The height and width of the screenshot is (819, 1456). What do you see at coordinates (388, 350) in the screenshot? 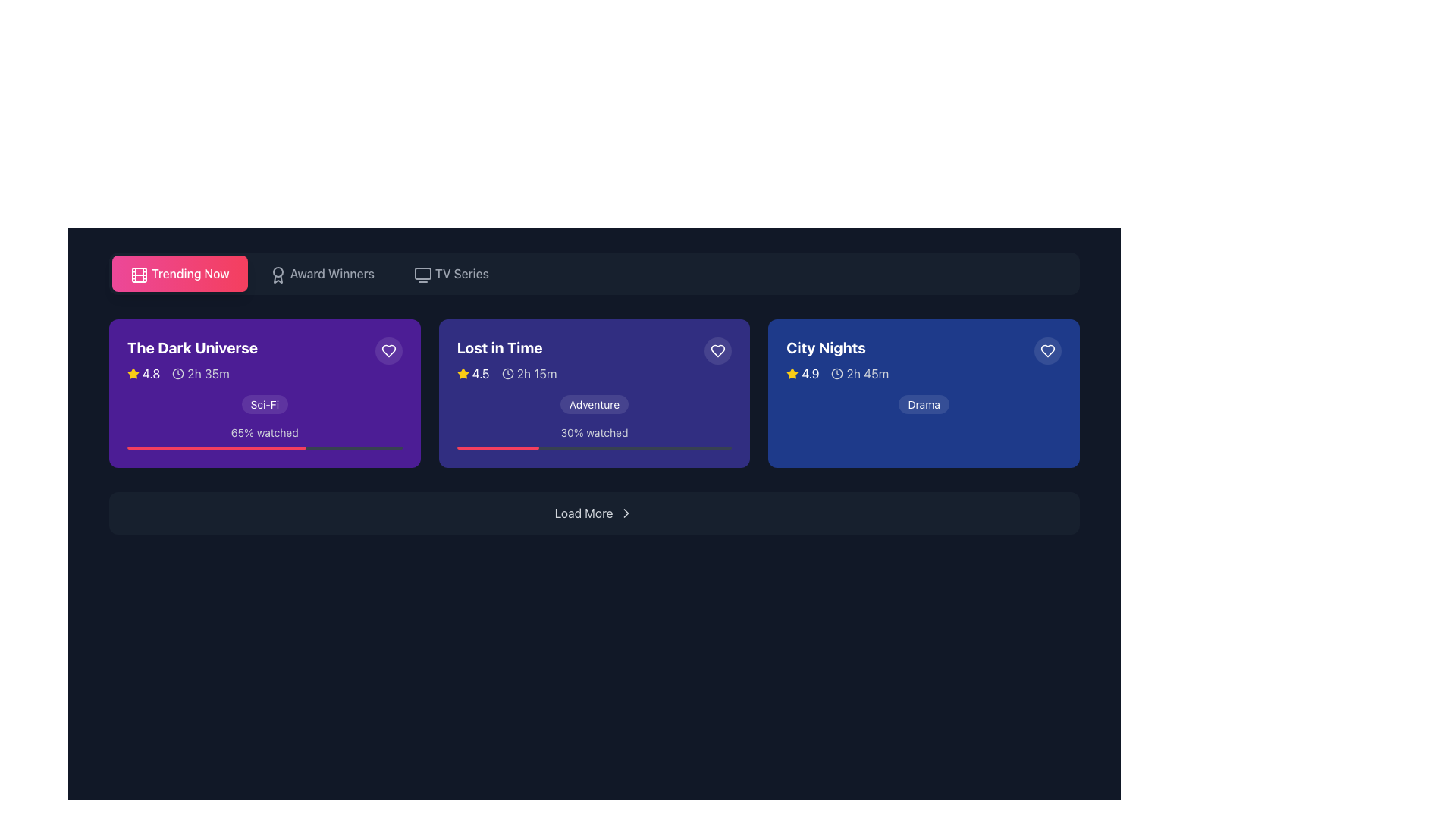
I see `the heart icon button located at the top-right corner of the first content card, which features a thin white stroke and rounded corners` at bounding box center [388, 350].